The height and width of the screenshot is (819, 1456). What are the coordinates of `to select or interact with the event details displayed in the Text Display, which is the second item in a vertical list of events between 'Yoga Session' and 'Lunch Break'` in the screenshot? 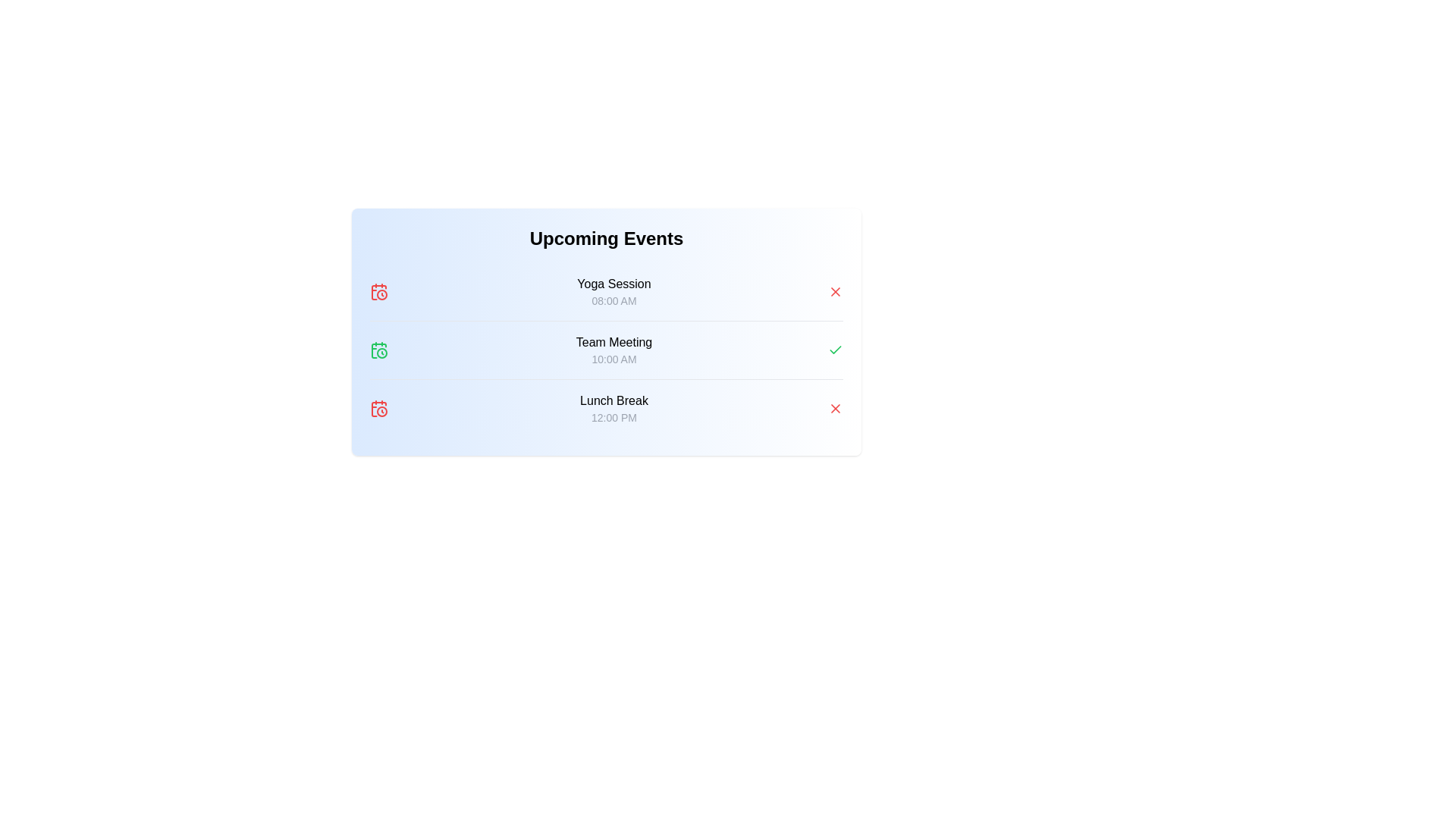 It's located at (614, 350).